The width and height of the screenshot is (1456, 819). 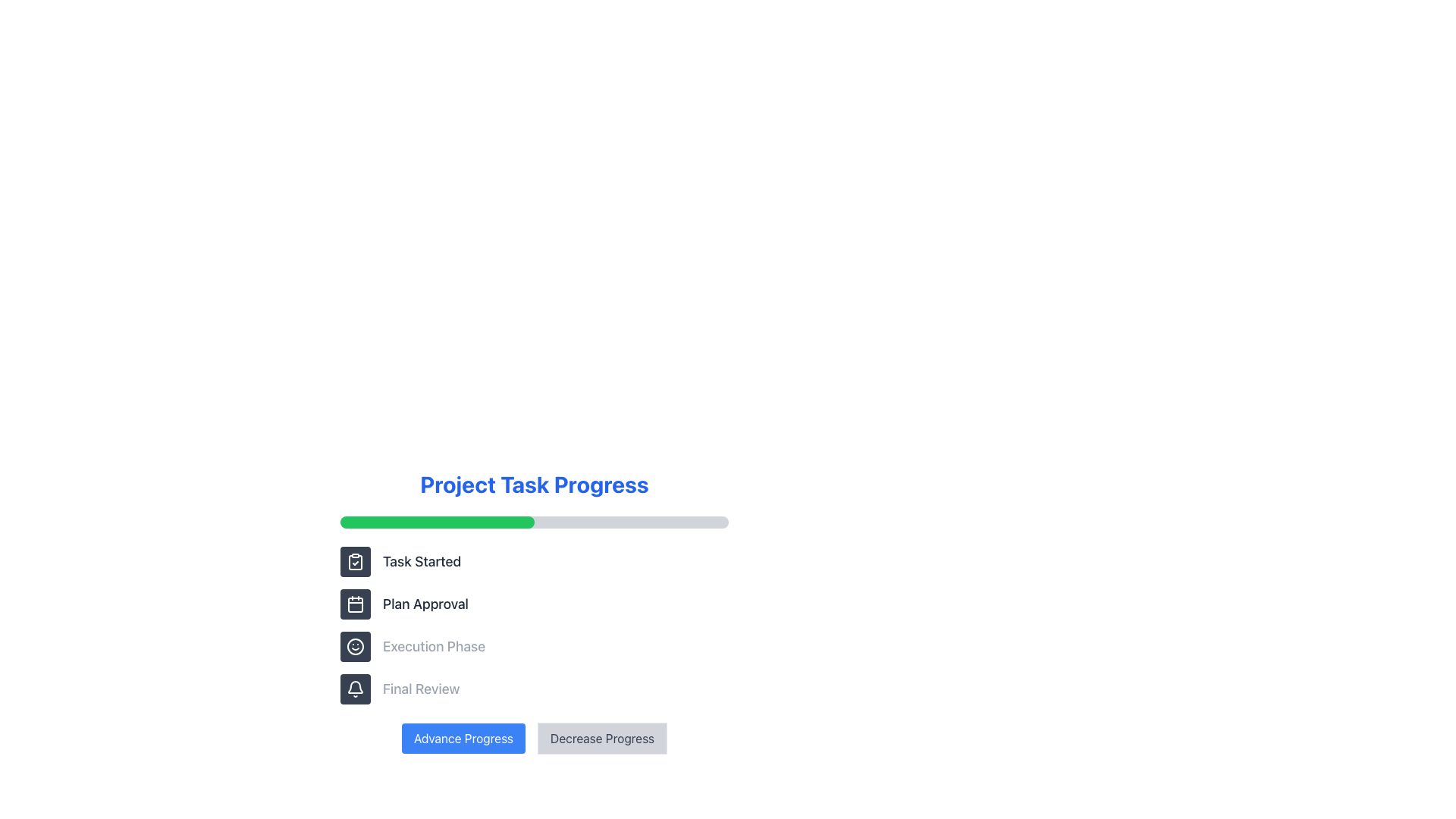 I want to click on the smile icon, which is a decorative element with a dark gray rounded background, positioned below the 'Execution Phase' label, so click(x=355, y=646).